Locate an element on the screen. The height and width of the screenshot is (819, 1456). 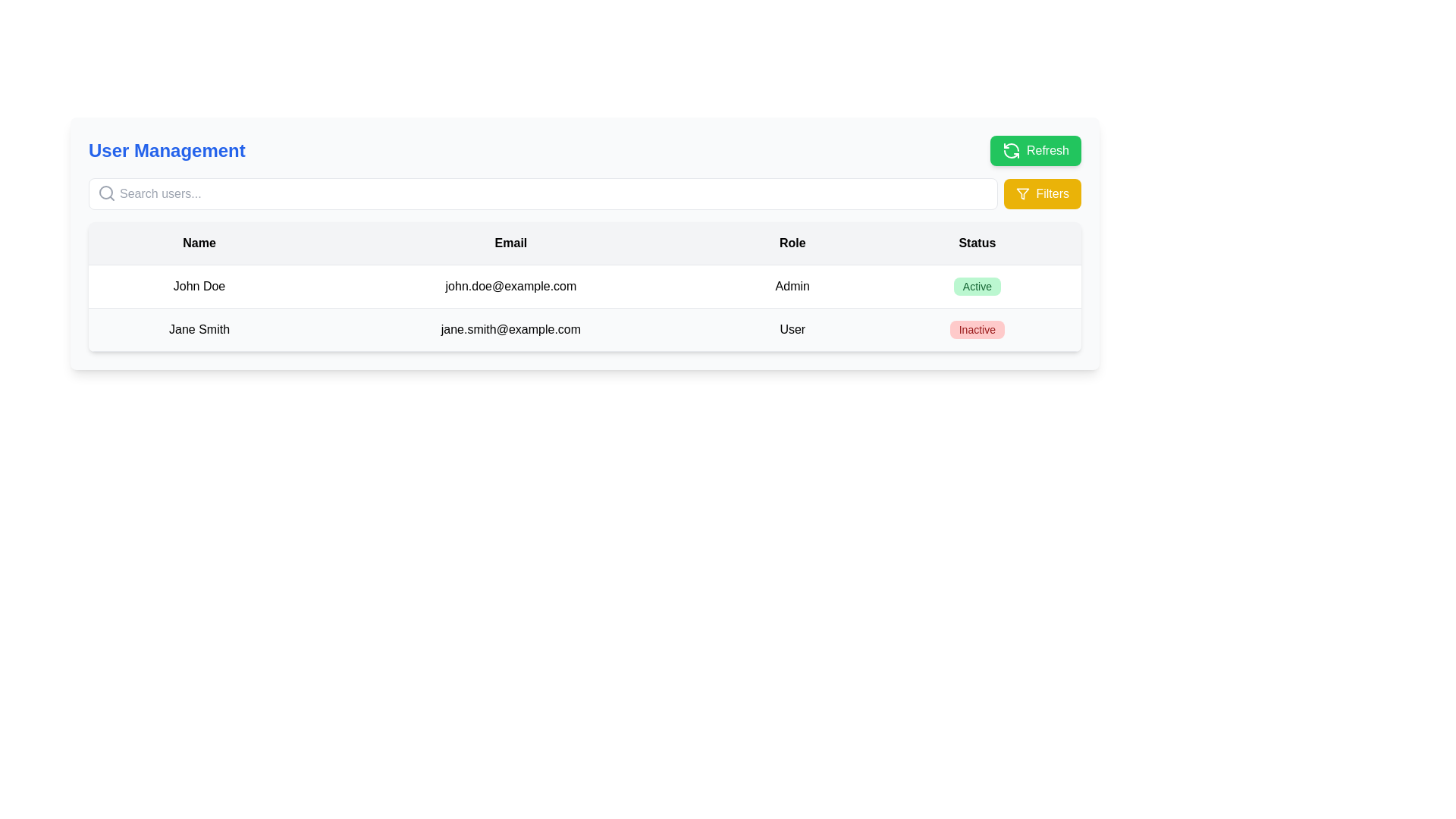
the 'Email' column header in the table, which is the second header in a row that includes 'Name', 'Email', 'Role', and 'Status' is located at coordinates (510, 243).